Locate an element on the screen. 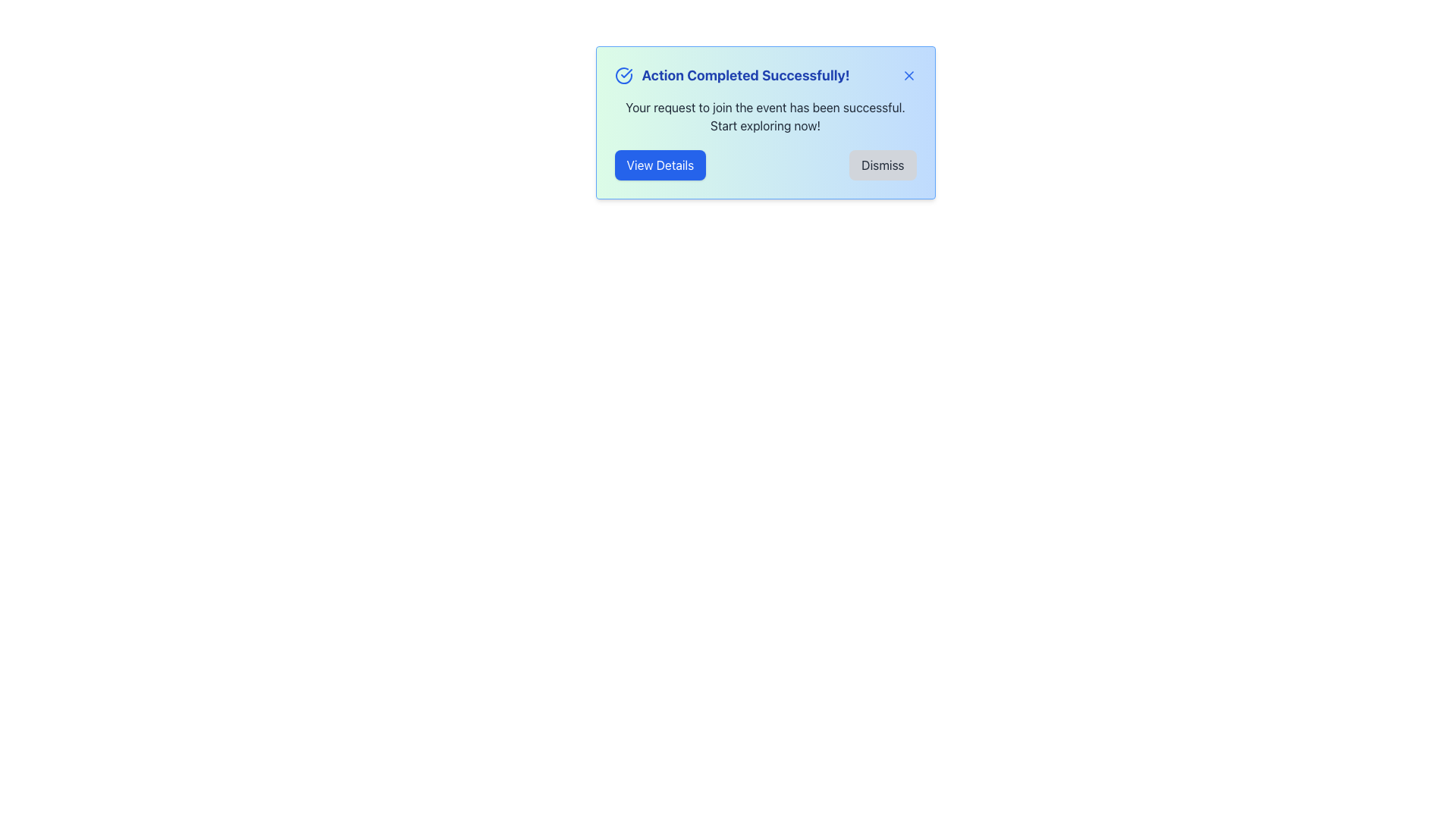  the circular checkmark icon with a blue outline, positioned to the left of the success message 'Action Completed Successfully!' is located at coordinates (623, 76).